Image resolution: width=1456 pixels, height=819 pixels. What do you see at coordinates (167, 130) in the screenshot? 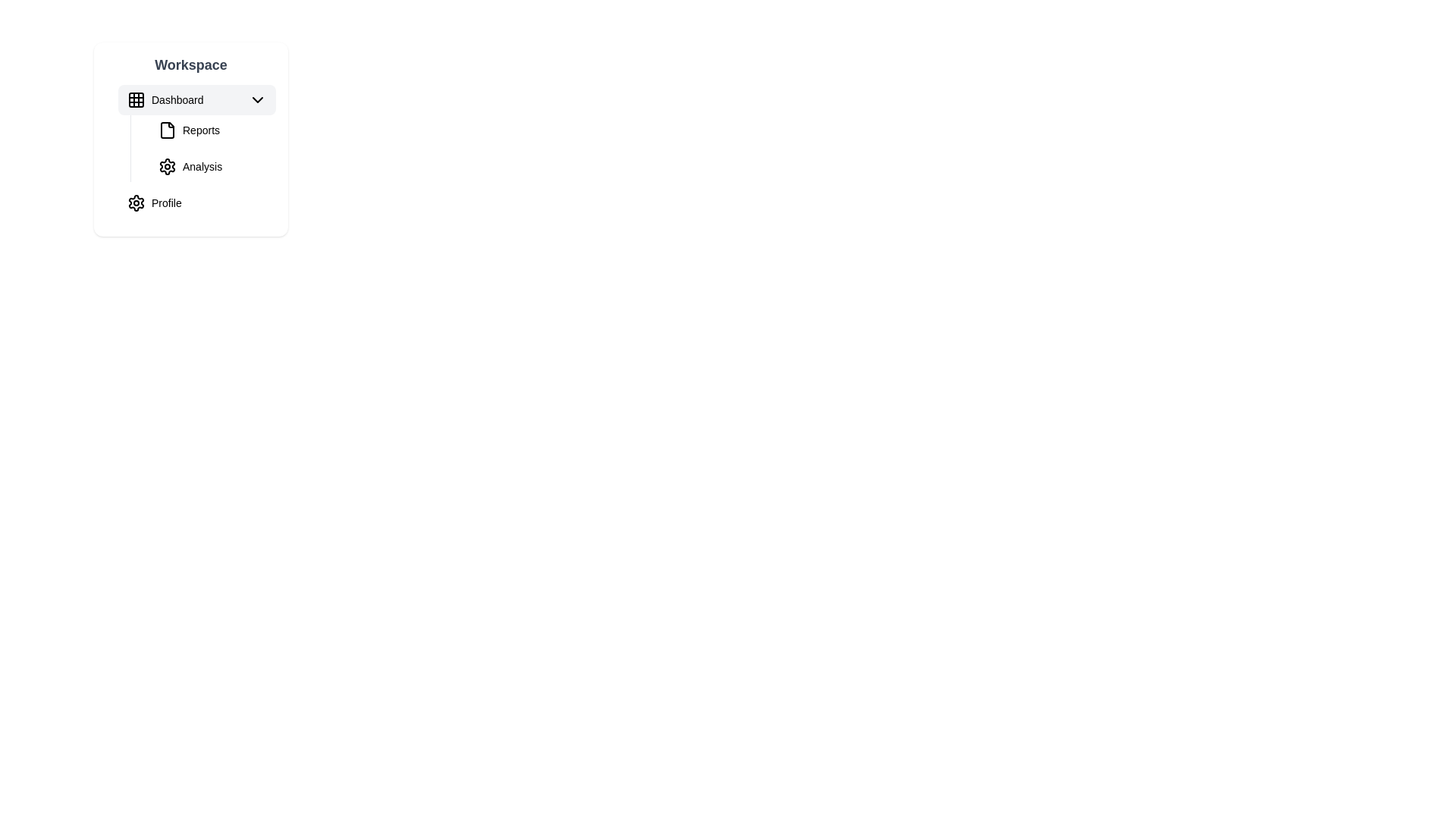
I see `the small file icon styled with a simple outline and a document-like shape, located to the left of the text 'Reports' in the sidebar` at bounding box center [167, 130].